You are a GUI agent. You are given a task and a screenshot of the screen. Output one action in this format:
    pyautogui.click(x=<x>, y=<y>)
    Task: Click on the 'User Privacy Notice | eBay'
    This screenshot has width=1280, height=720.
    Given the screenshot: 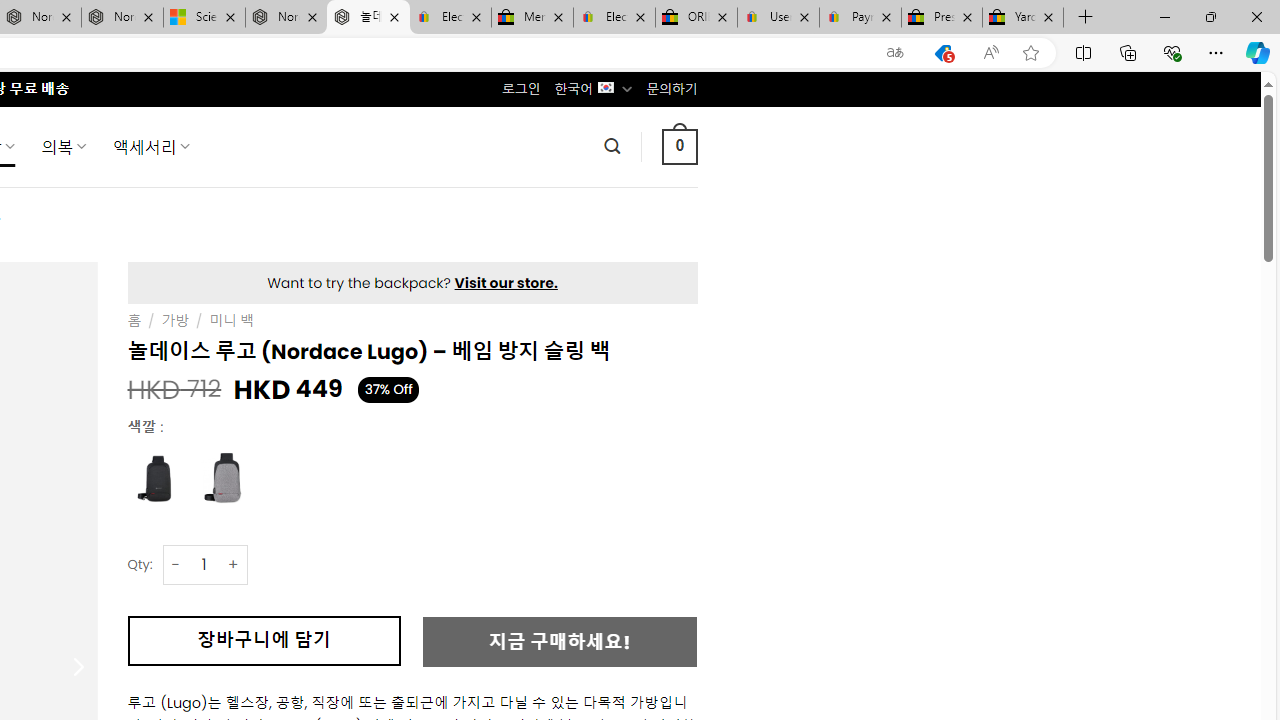 What is the action you would take?
    pyautogui.click(x=777, y=17)
    